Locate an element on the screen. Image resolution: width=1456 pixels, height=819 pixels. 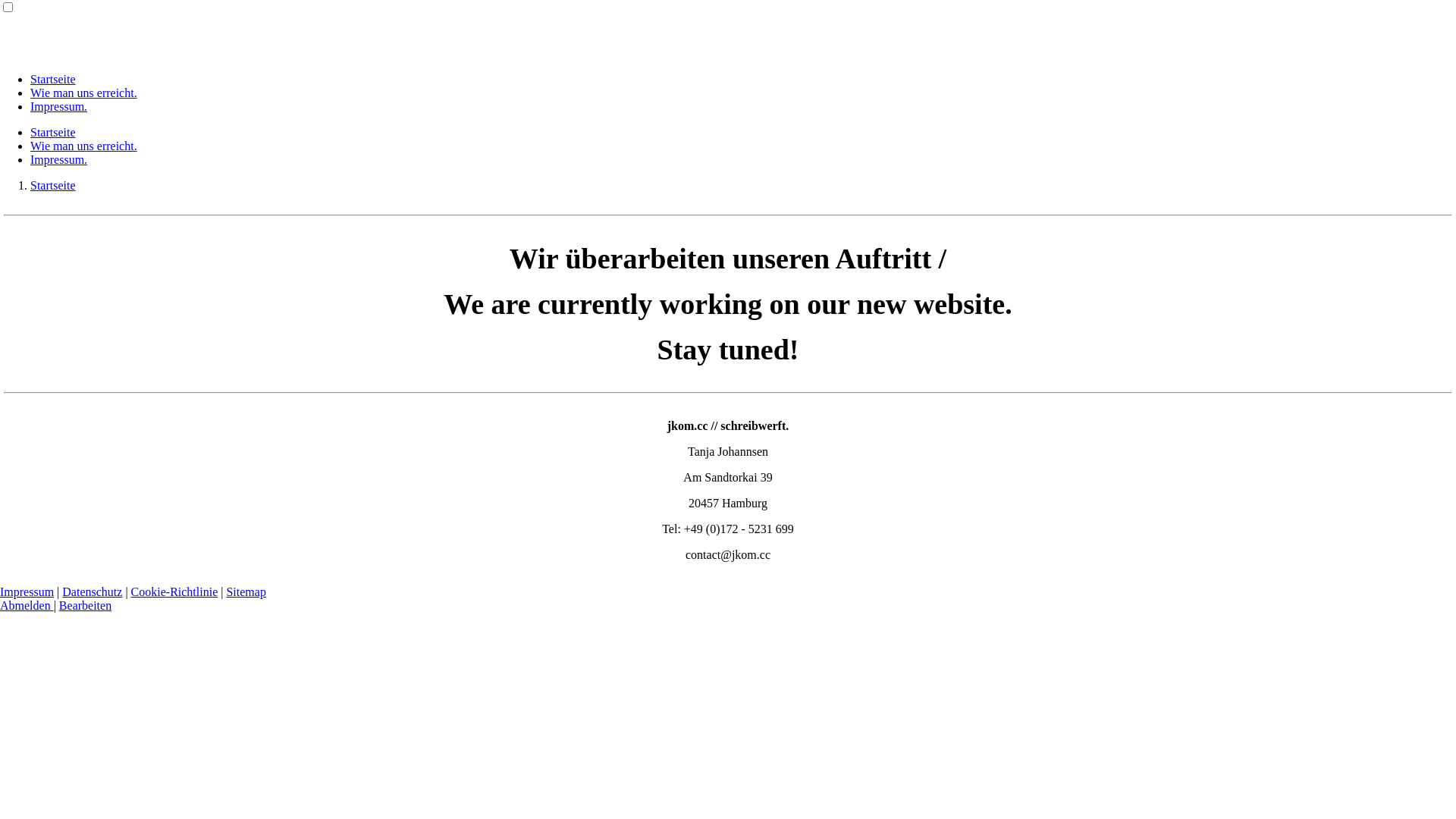
'Impressum.' is located at coordinates (30, 105).